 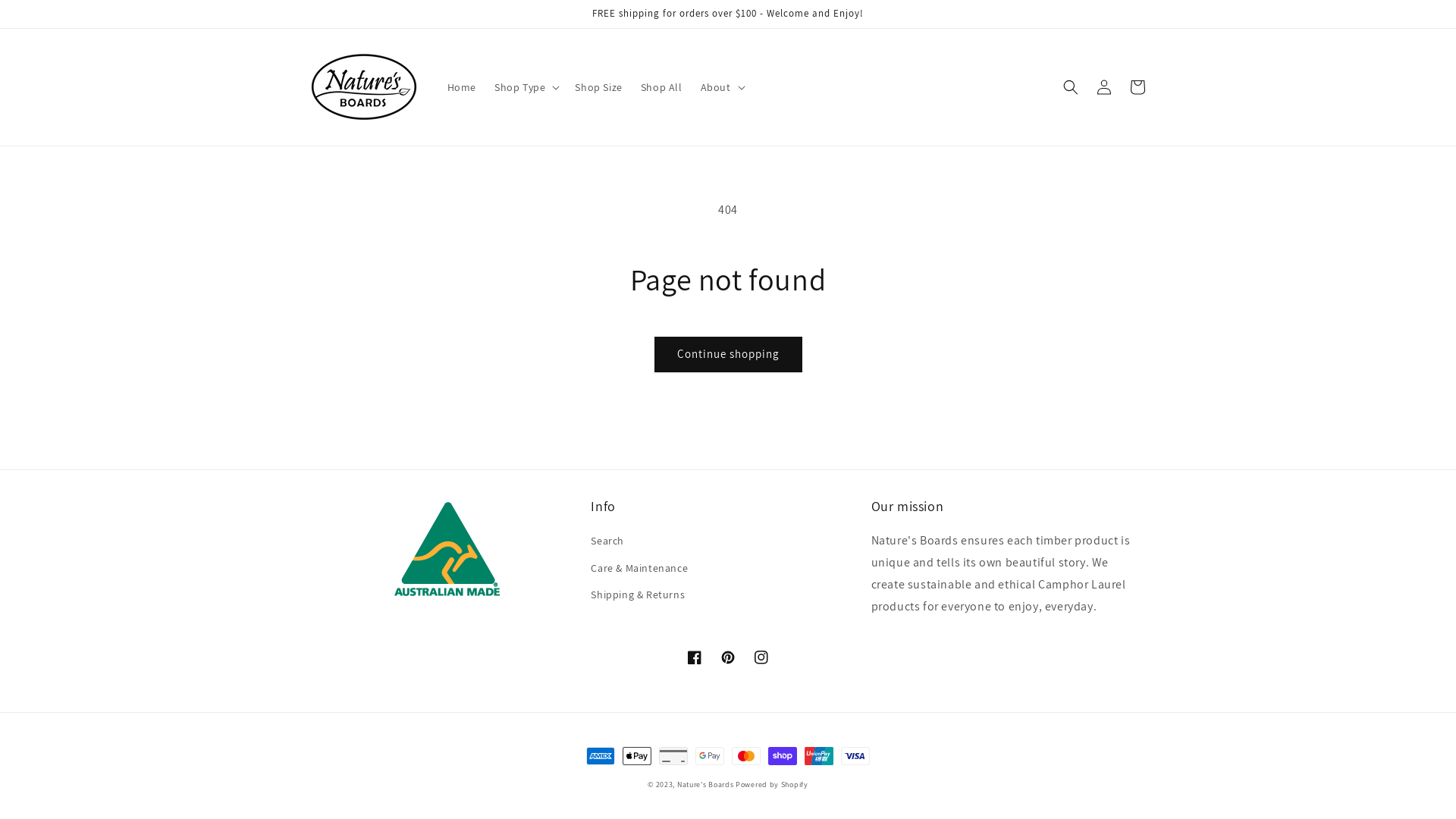 What do you see at coordinates (589, 542) in the screenshot?
I see `'Search'` at bounding box center [589, 542].